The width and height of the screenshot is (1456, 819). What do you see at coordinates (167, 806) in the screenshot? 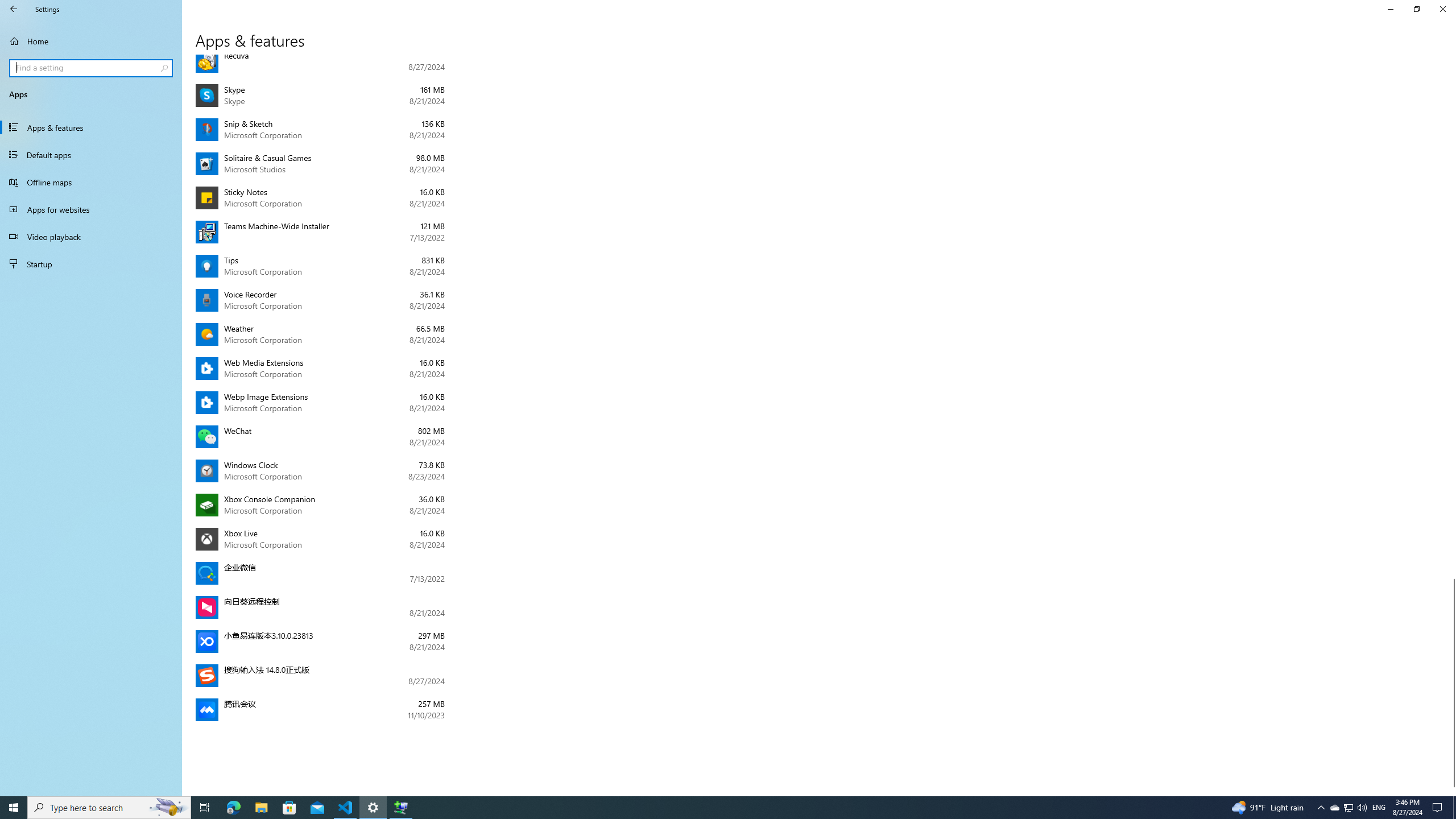
I see `'Search highlights icon opens search home window'` at bounding box center [167, 806].